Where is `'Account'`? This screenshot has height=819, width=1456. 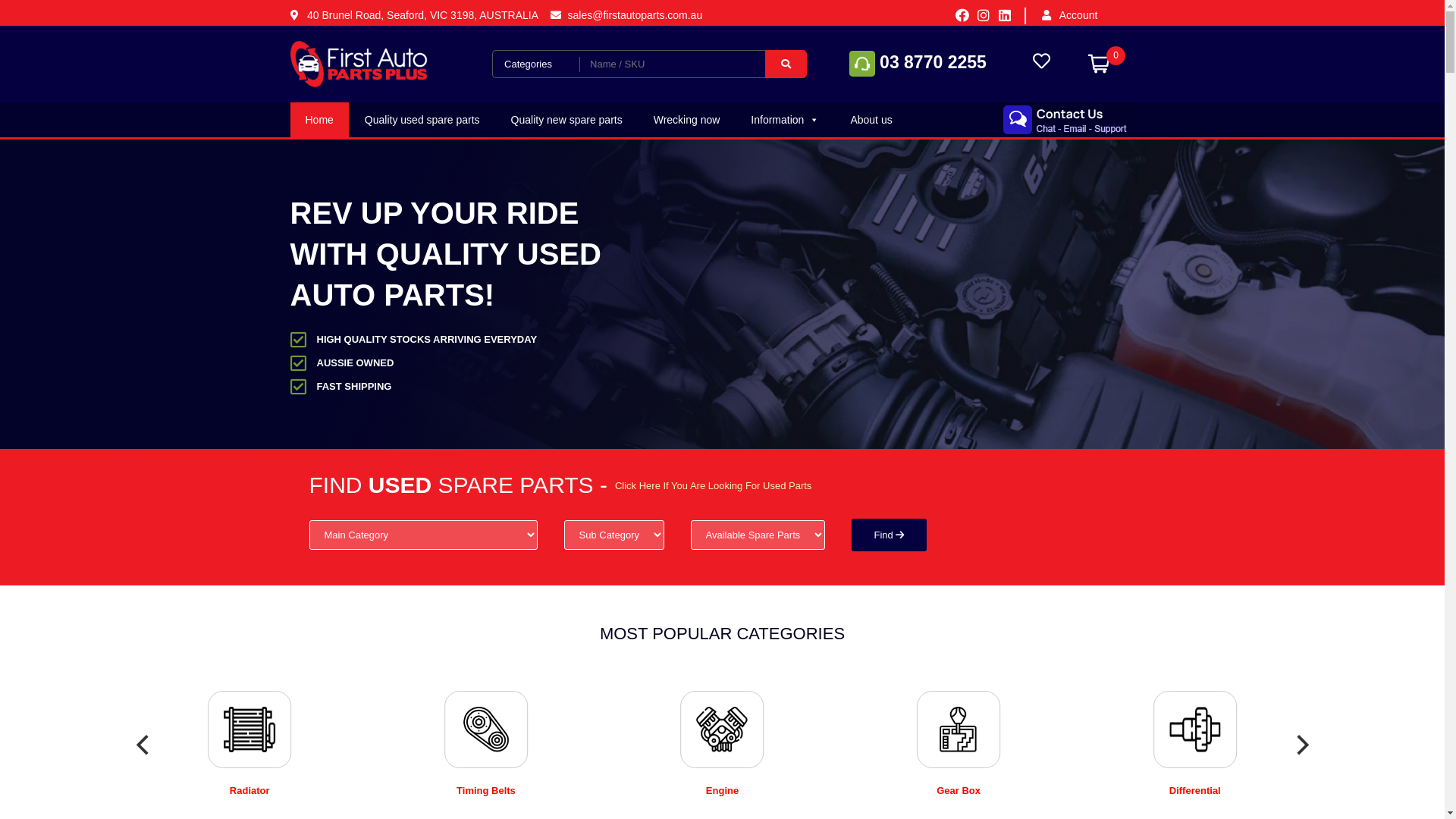 'Account' is located at coordinates (1040, 15).